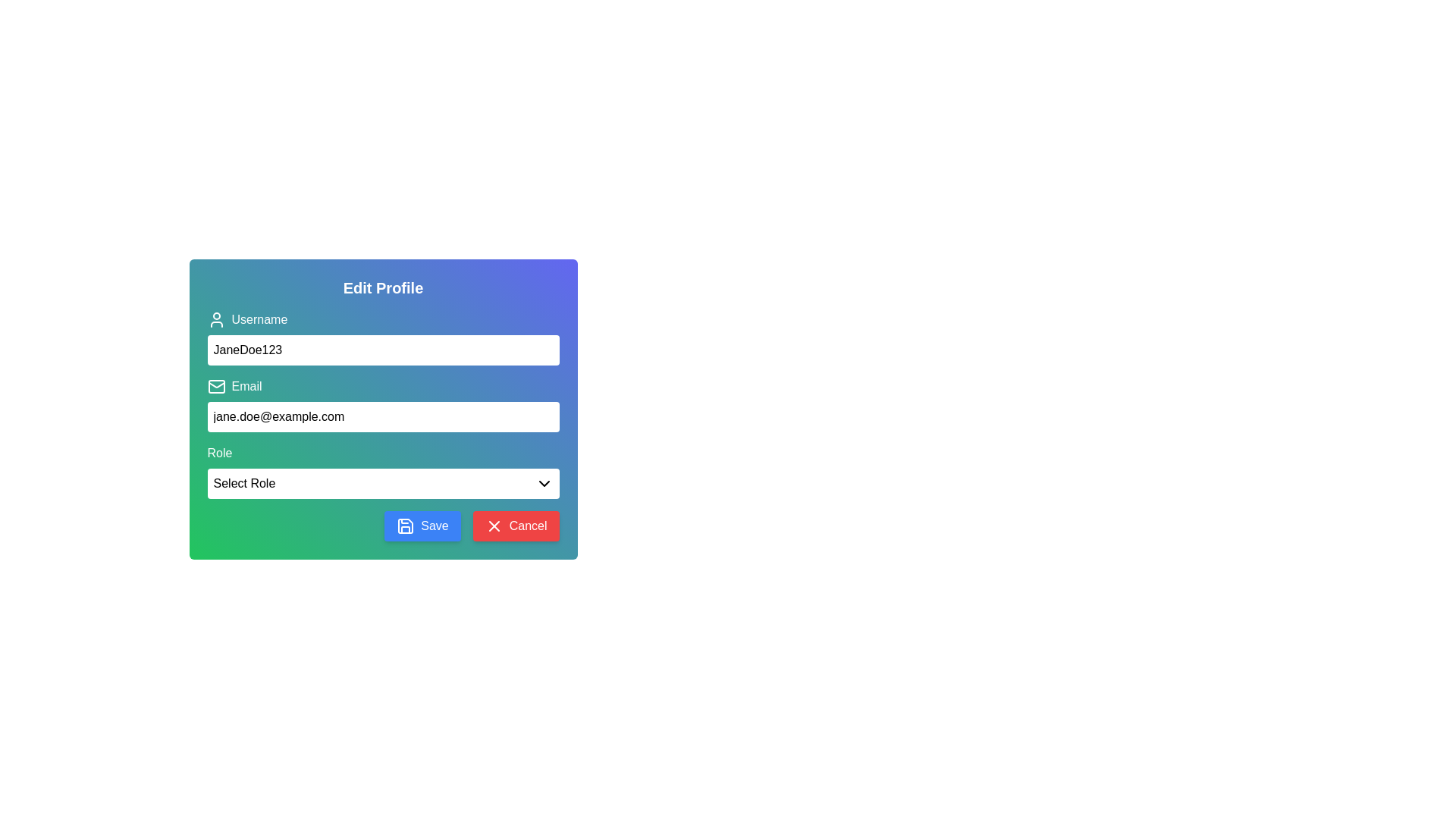 The image size is (1456, 819). Describe the element at coordinates (383, 417) in the screenshot. I see `the email input field designed for entering an email address` at that location.